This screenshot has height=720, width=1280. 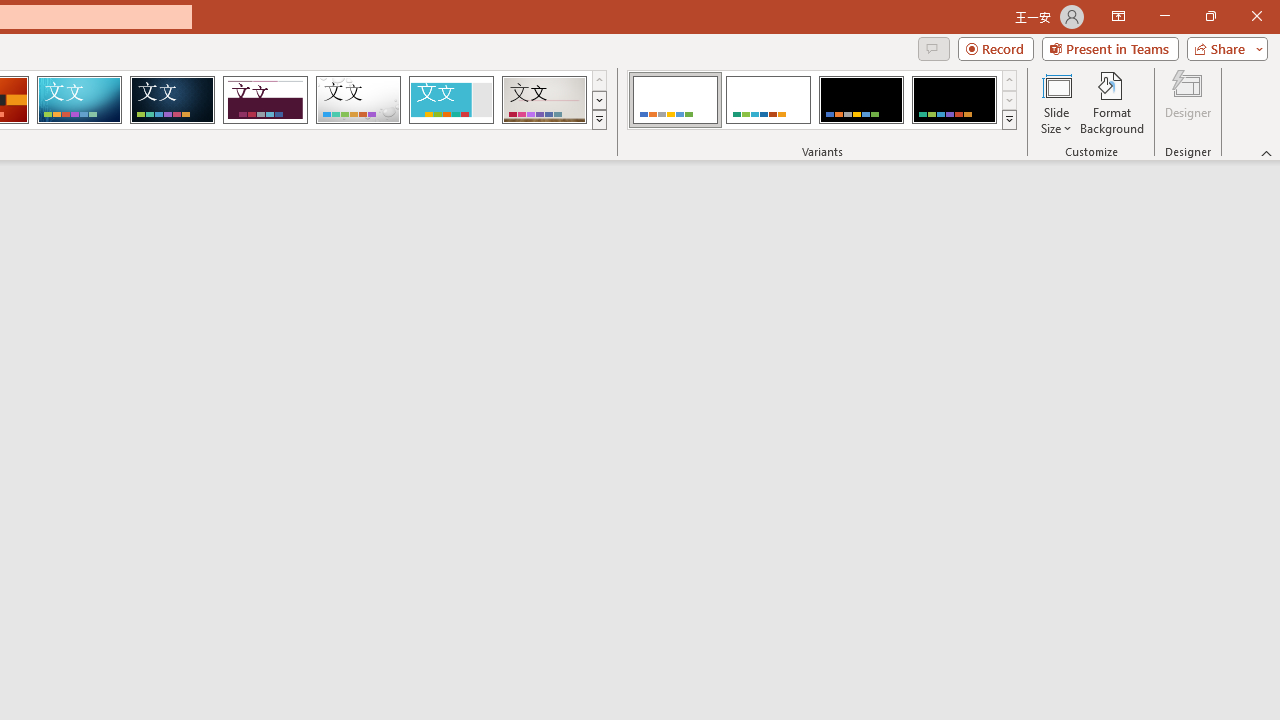 What do you see at coordinates (172, 100) in the screenshot?
I see `'Damask Loading Preview...'` at bounding box center [172, 100].